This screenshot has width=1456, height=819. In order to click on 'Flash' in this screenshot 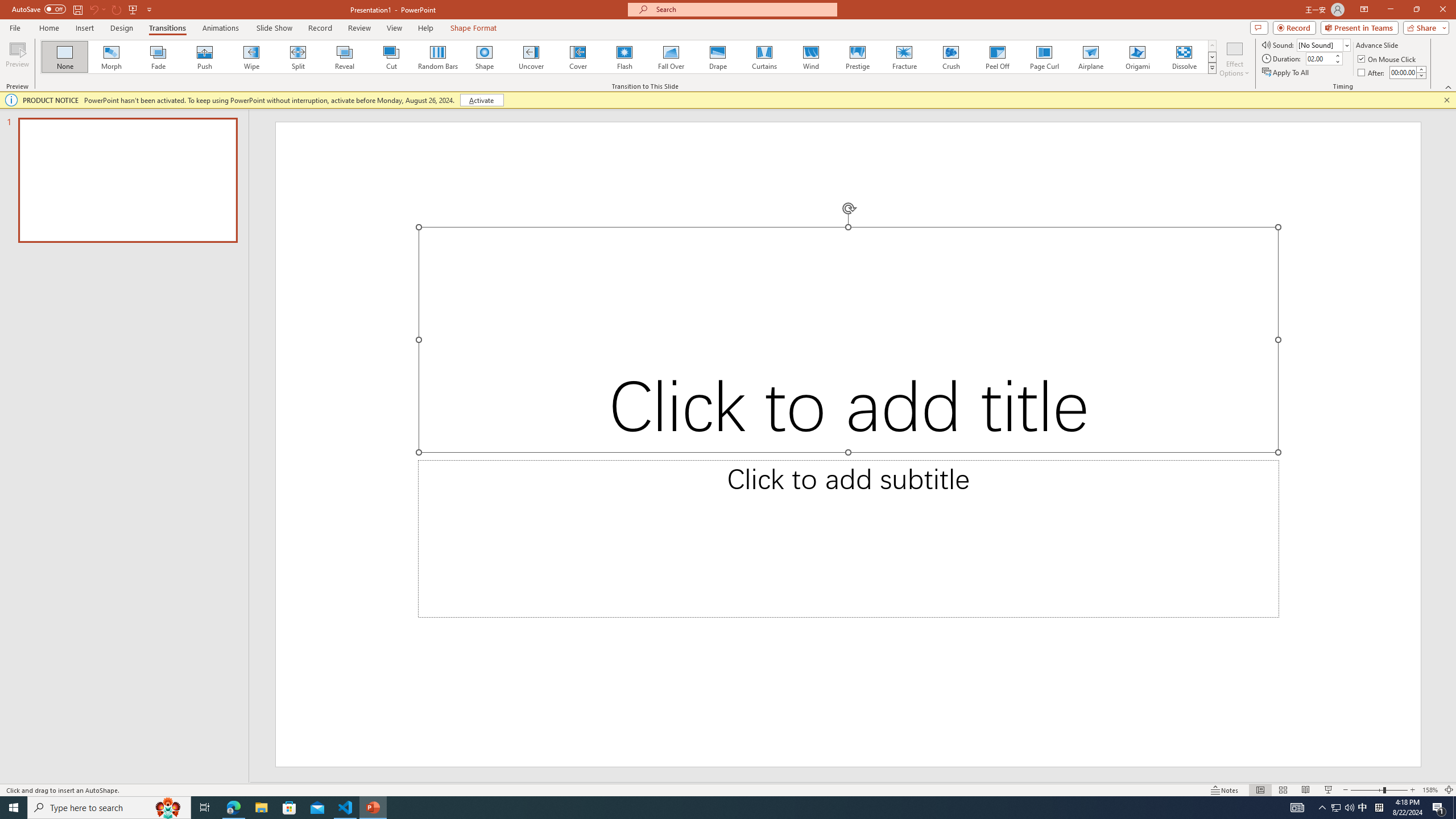, I will do `click(624, 56)`.